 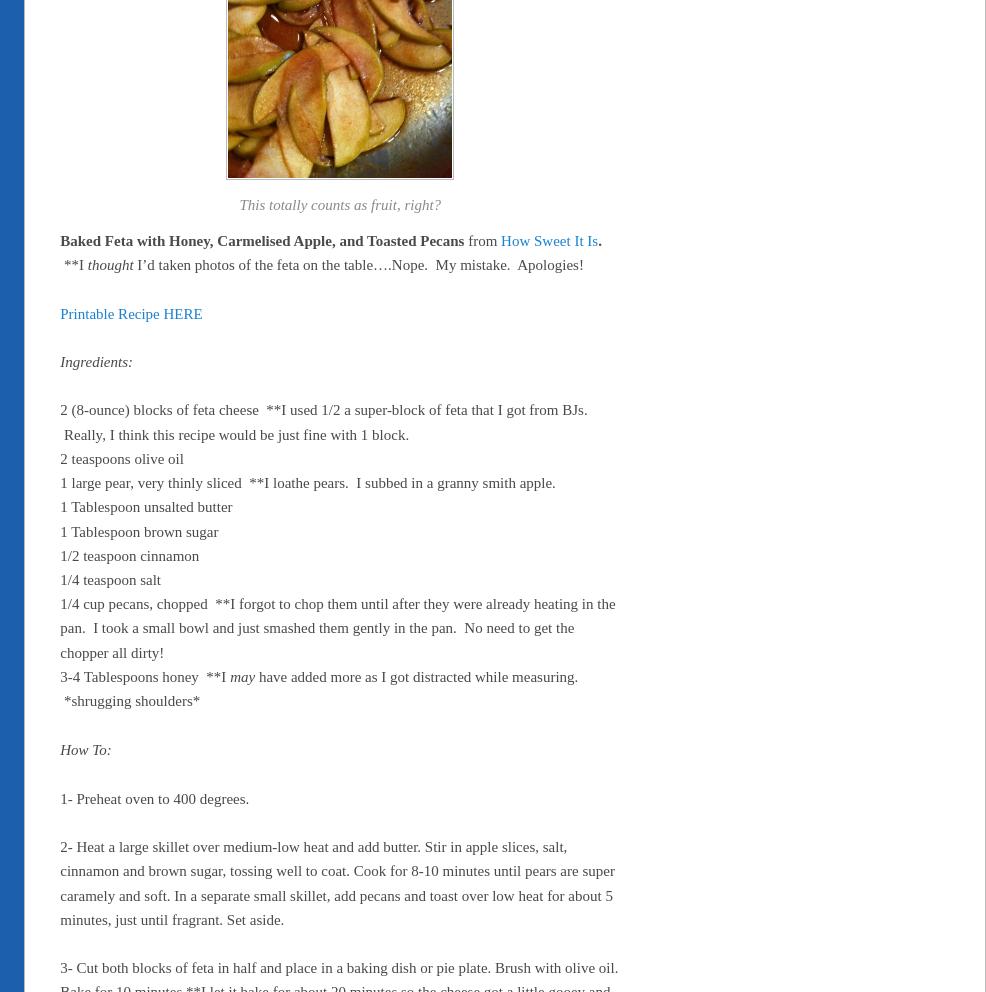 What do you see at coordinates (261, 239) in the screenshot?
I see `'Baked Feta with Honey, Carmelised Apple, and Toasted Pecans'` at bounding box center [261, 239].